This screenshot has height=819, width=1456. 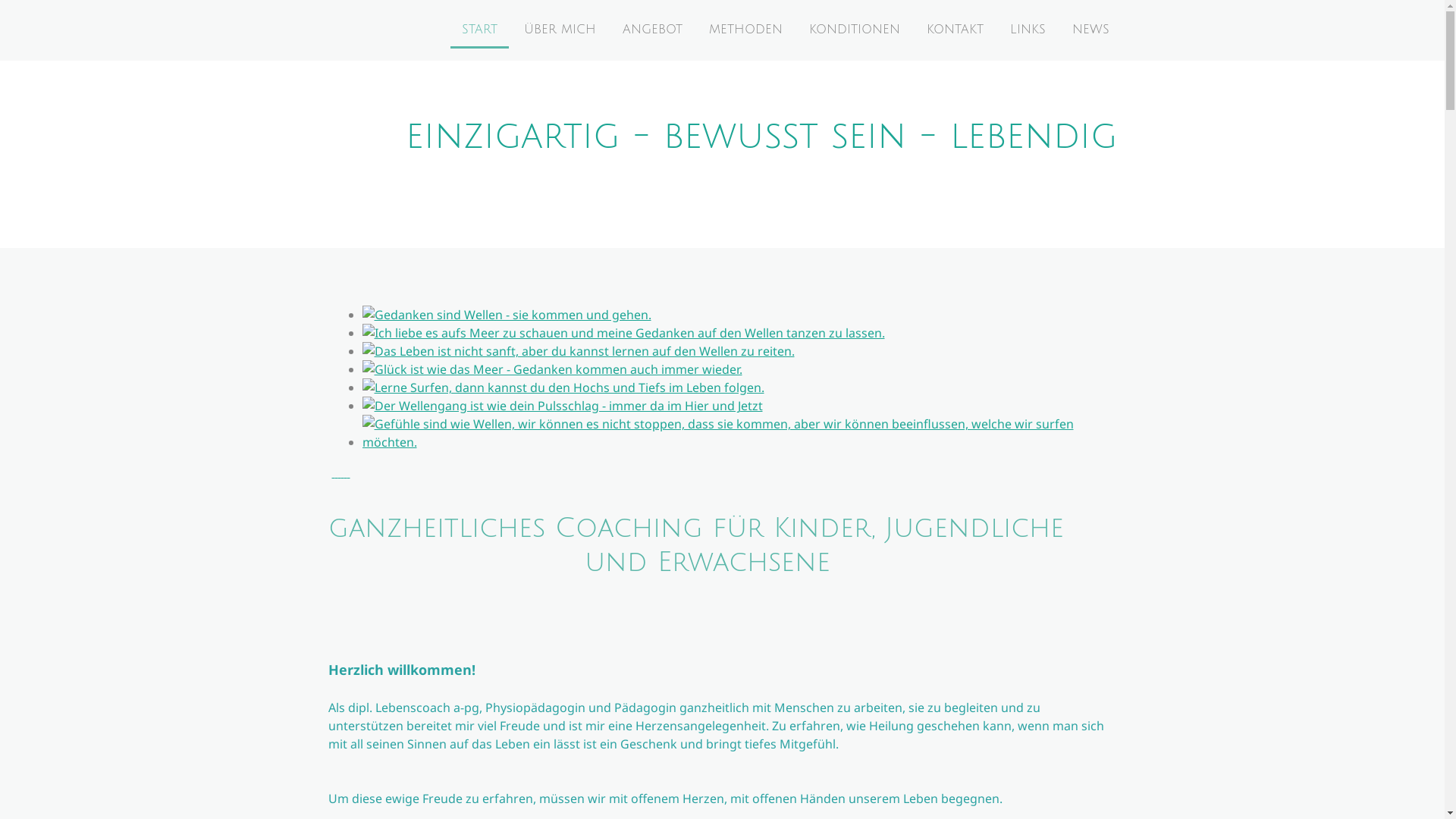 I want to click on 'KONTAKT', so click(x=913, y=30).